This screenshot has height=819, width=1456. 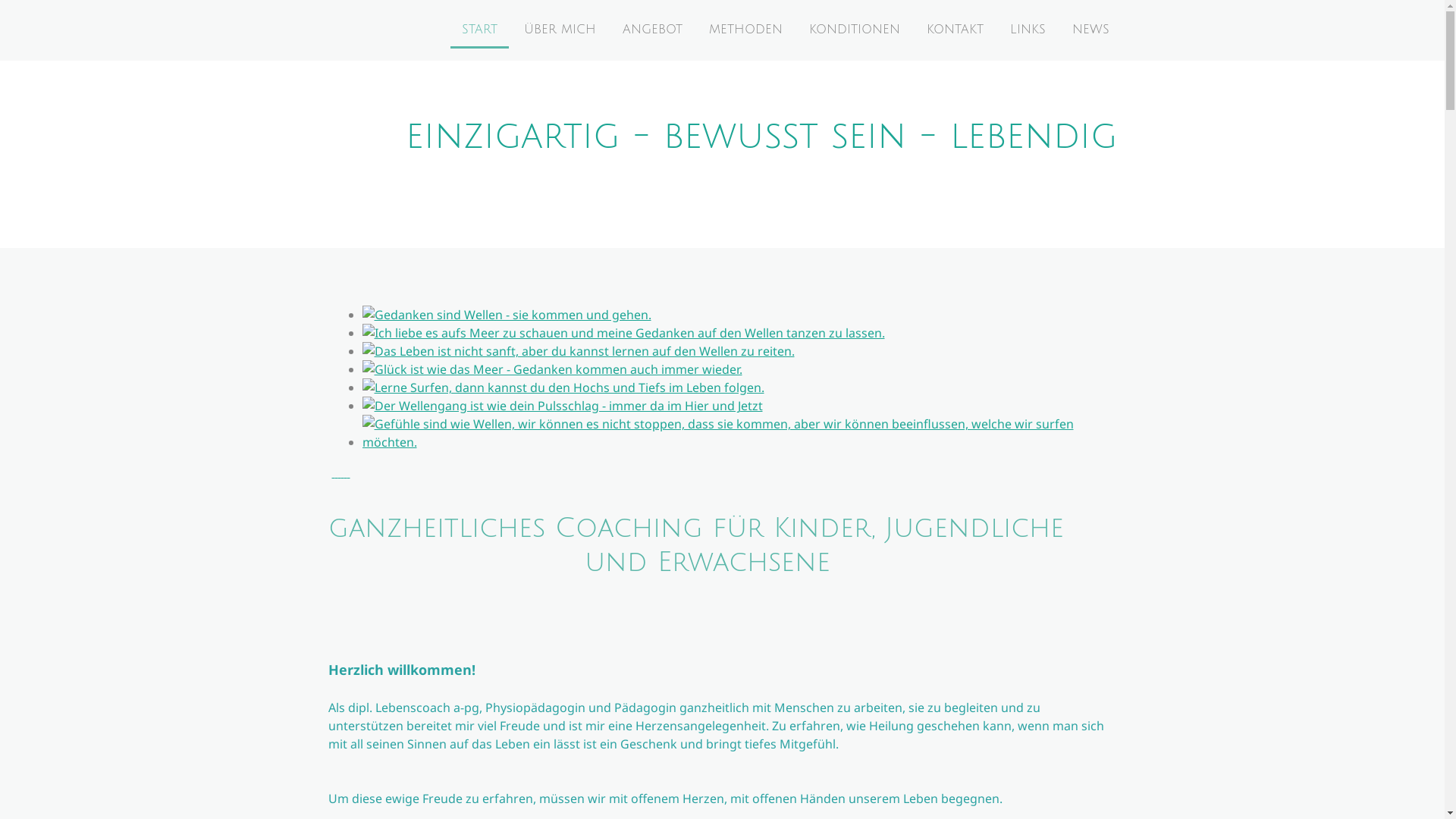 I want to click on 'KONTAKT', so click(x=913, y=30).